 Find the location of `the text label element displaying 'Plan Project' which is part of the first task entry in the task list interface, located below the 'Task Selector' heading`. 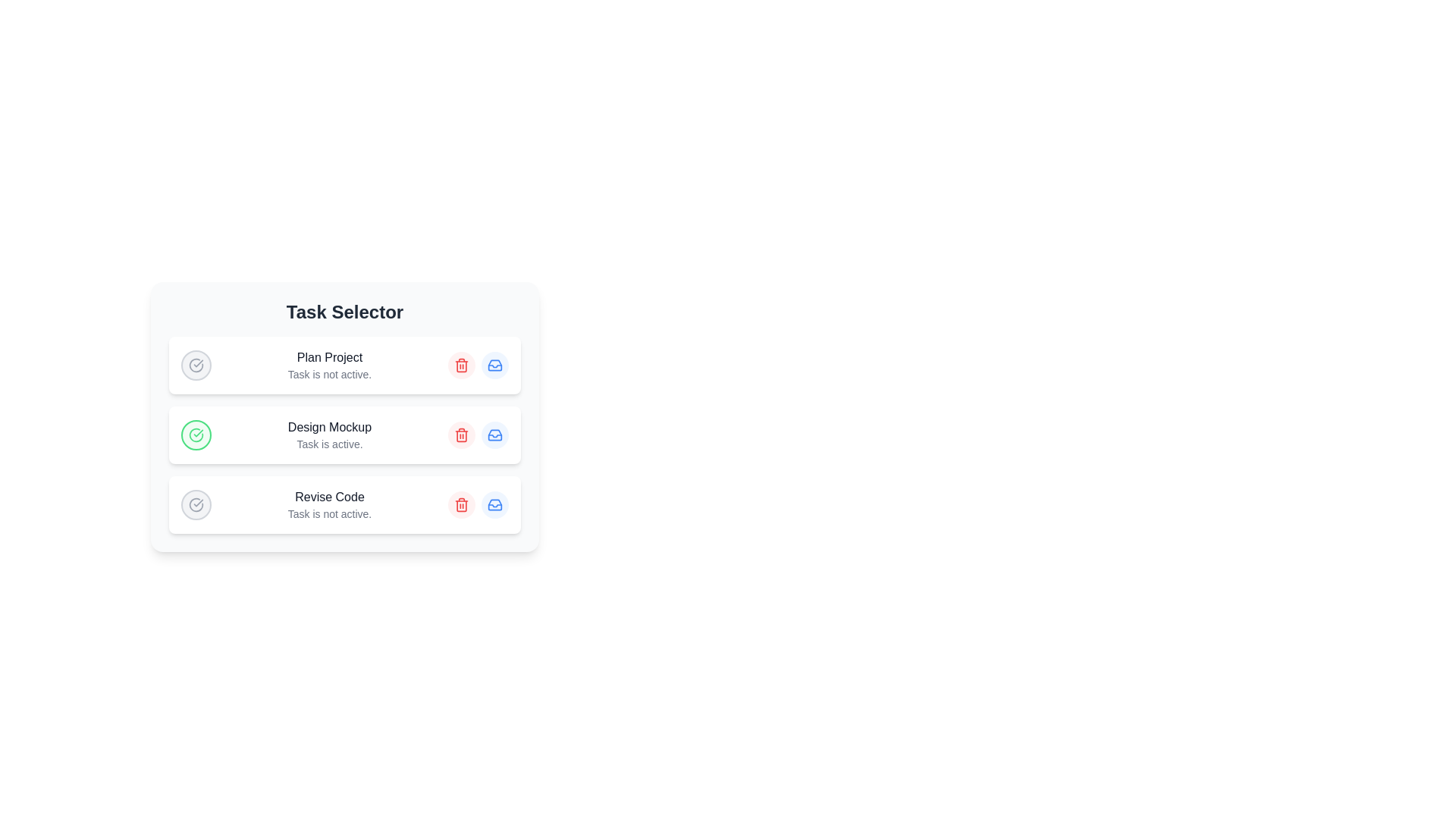

the text label element displaying 'Plan Project' which is part of the first task entry in the task list interface, located below the 'Task Selector' heading is located at coordinates (329, 357).